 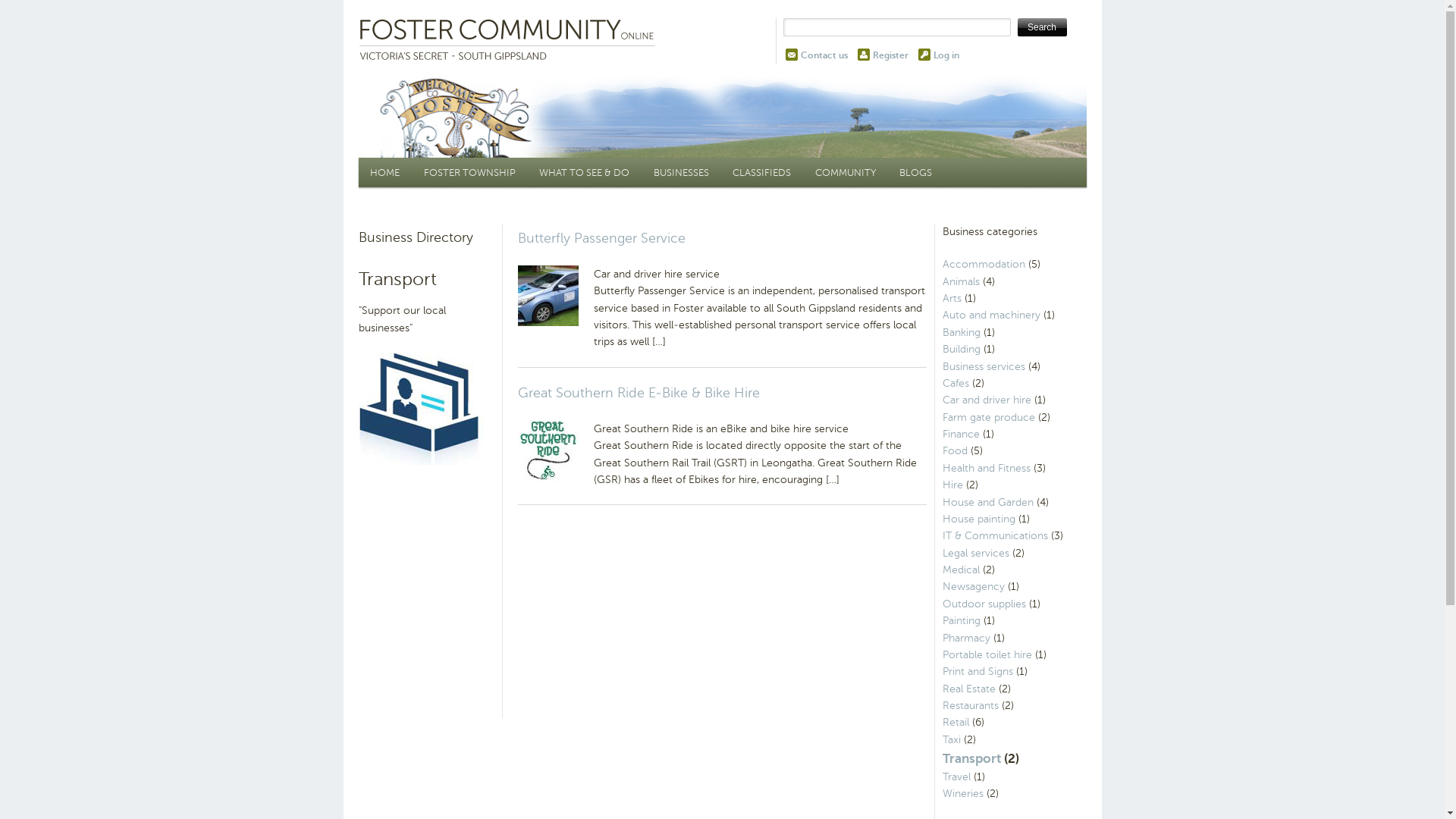 I want to click on 'Legal services', so click(x=941, y=553).